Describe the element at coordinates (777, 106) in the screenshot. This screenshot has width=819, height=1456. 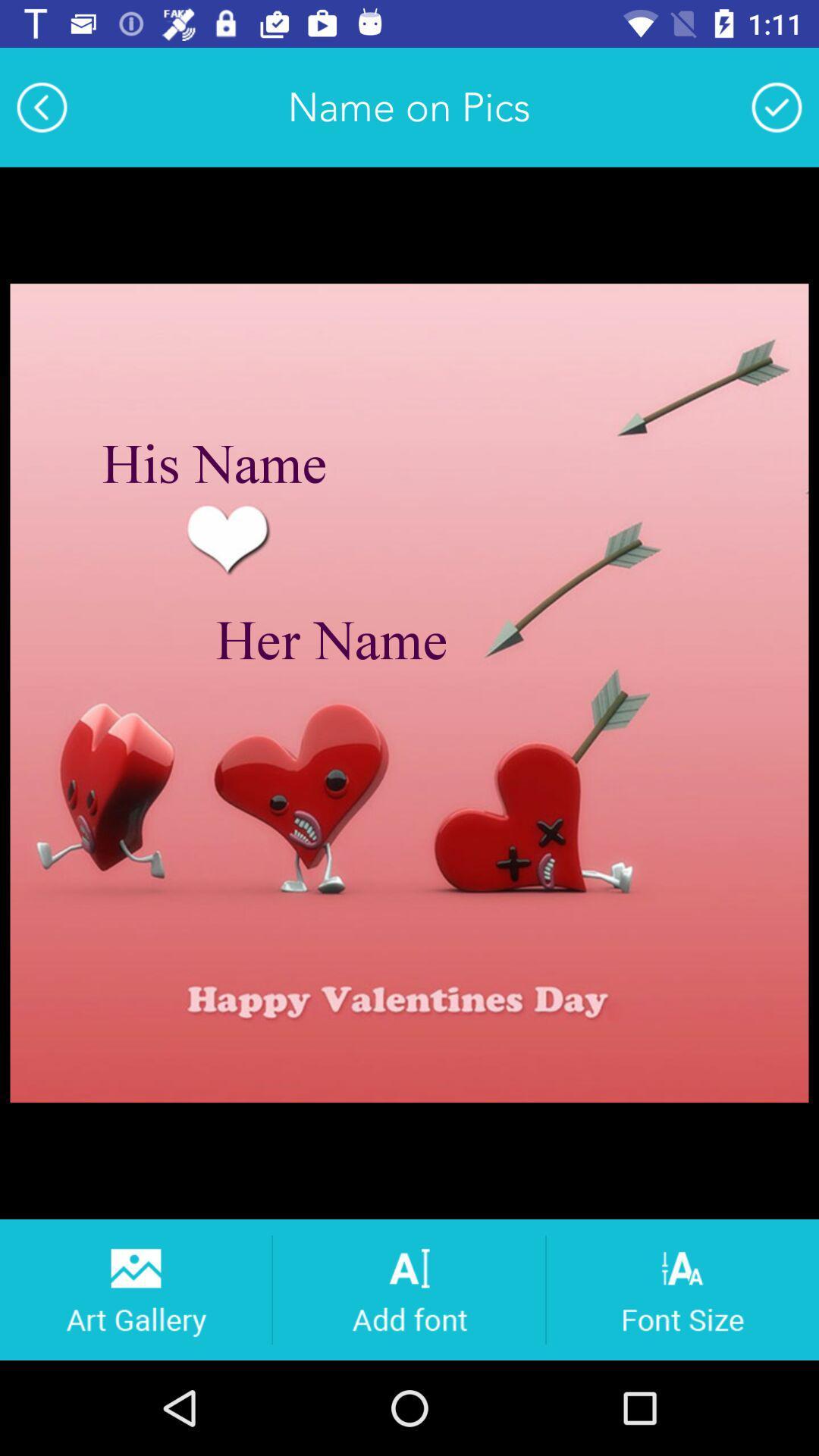
I see `the check icon` at that location.